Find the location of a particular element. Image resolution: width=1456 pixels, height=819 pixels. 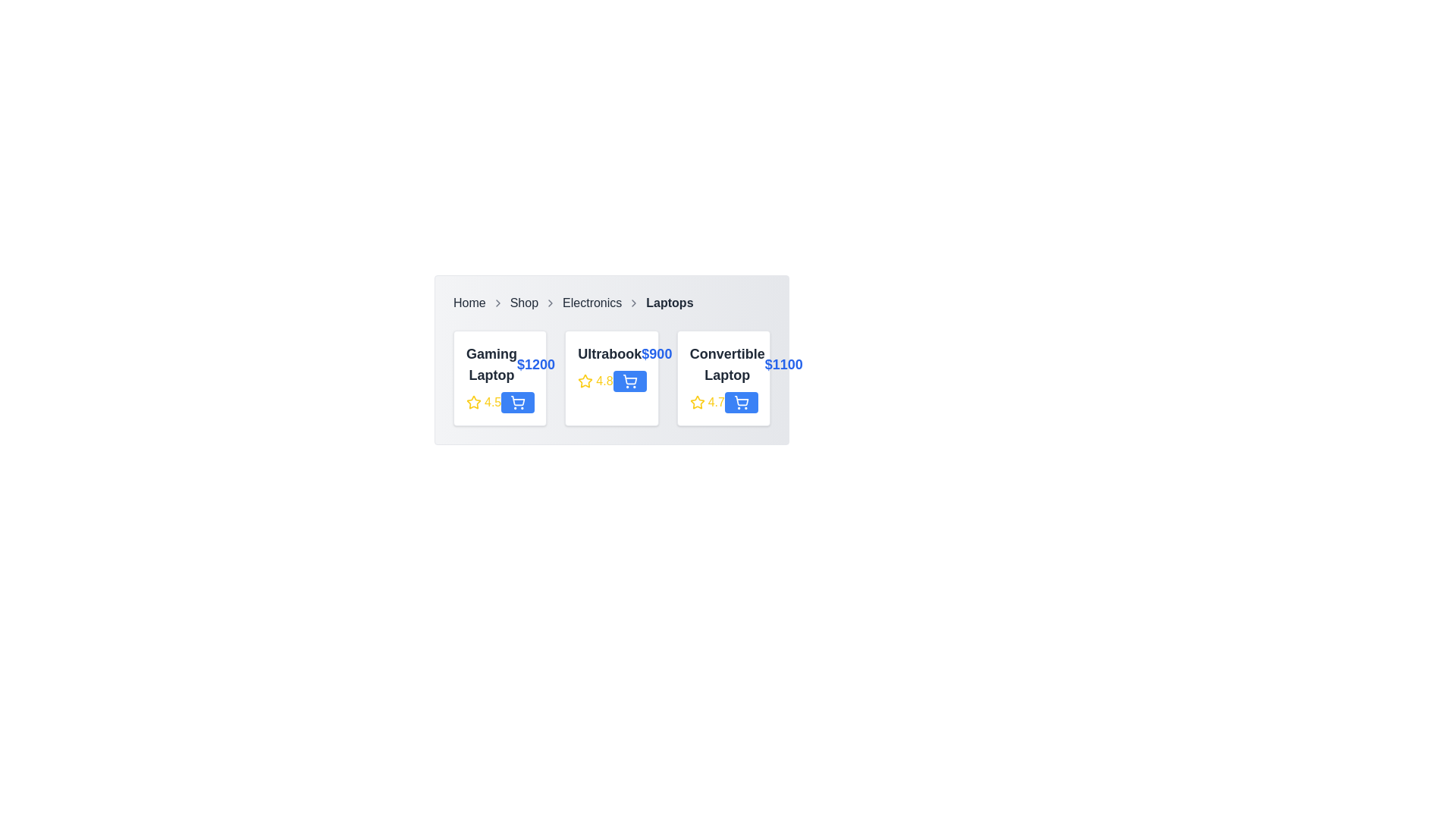

the blue cart button located on the card displaying 'Ultrabook', which is the second item in the grid layout is located at coordinates (611, 377).